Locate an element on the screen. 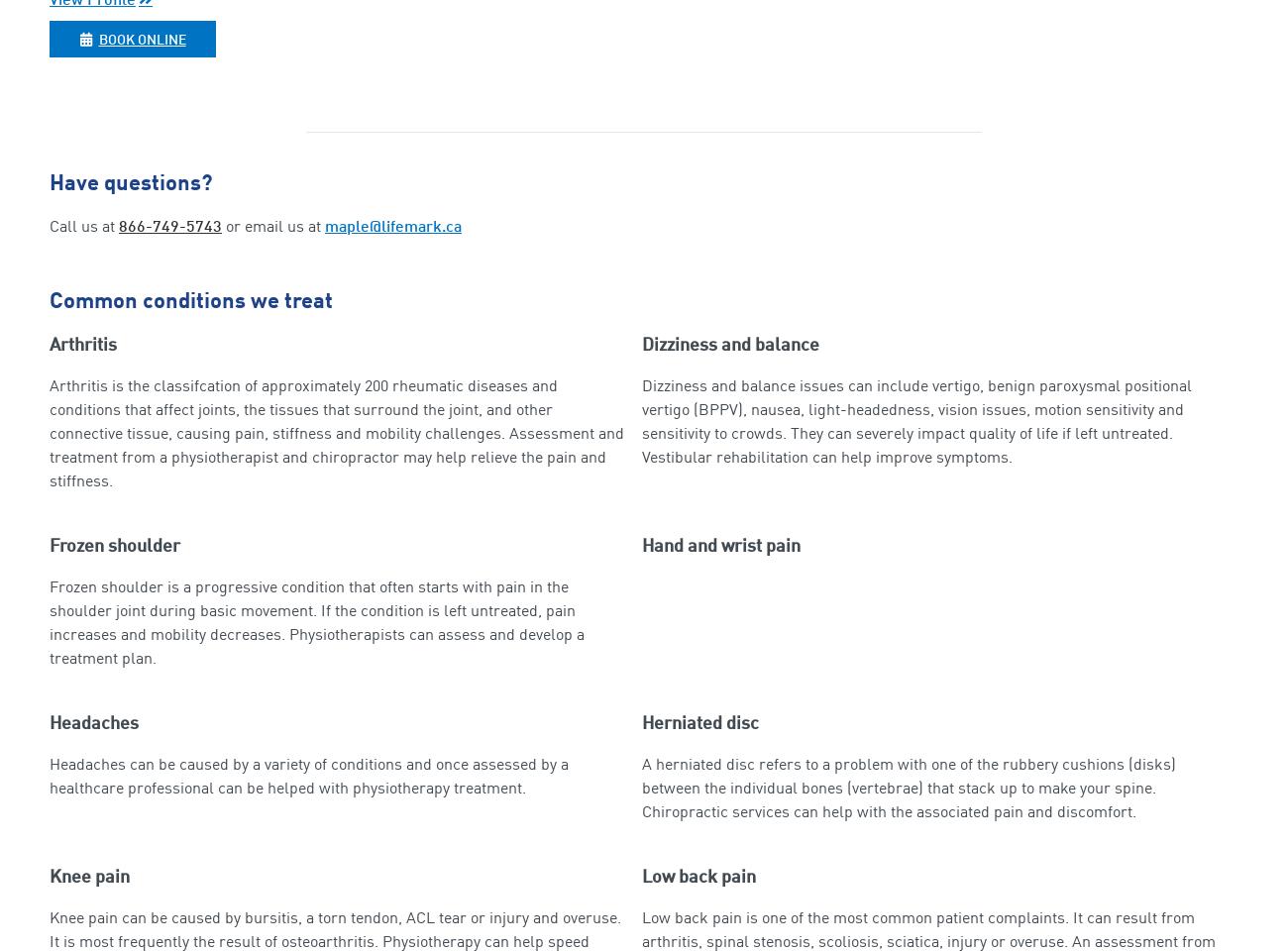  'Dizziness and balance' is located at coordinates (730, 345).